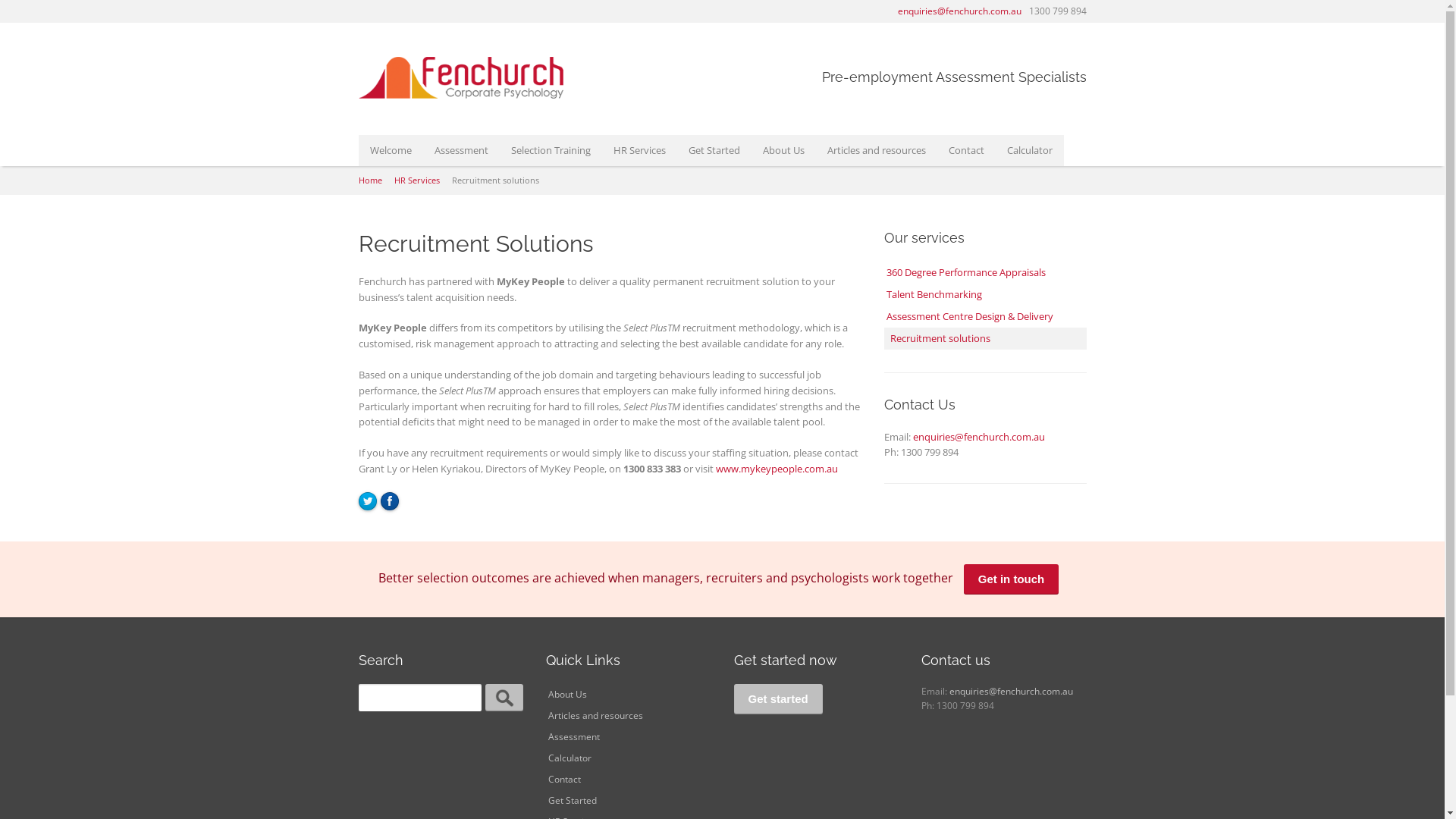 The width and height of the screenshot is (1456, 819). I want to click on 'About Us', so click(546, 694).